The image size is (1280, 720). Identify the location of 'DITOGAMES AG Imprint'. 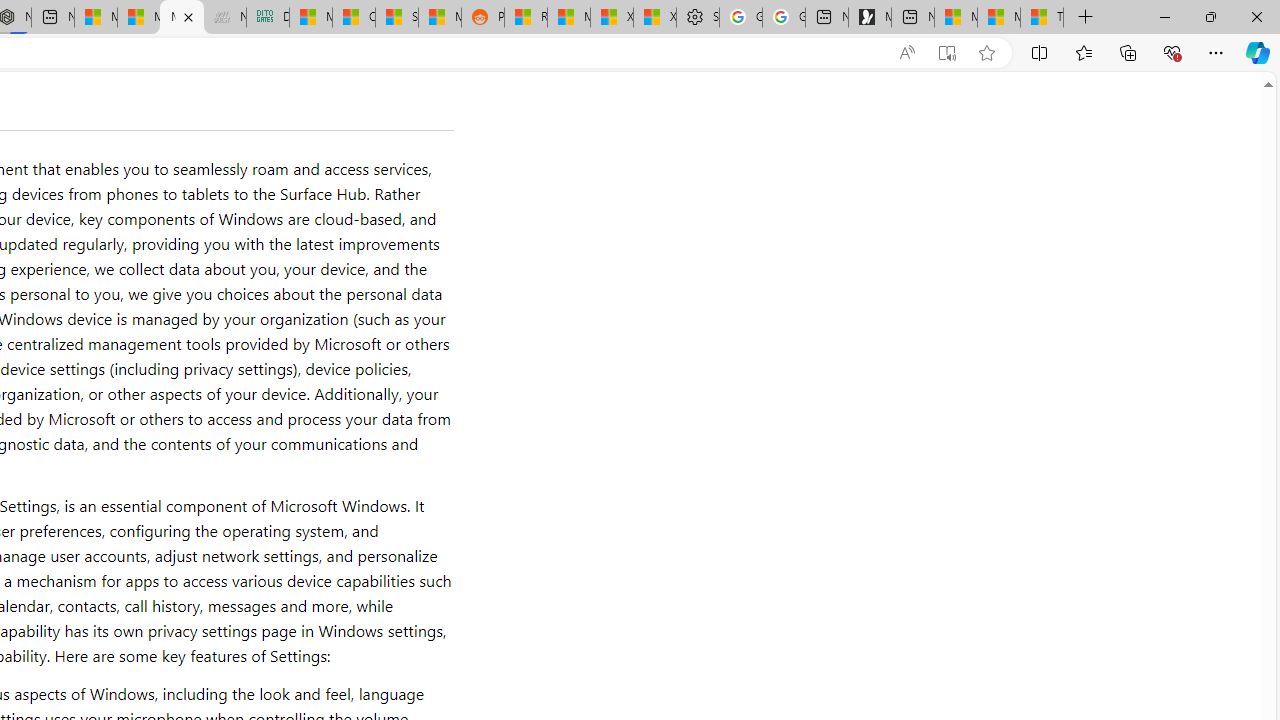
(267, 17).